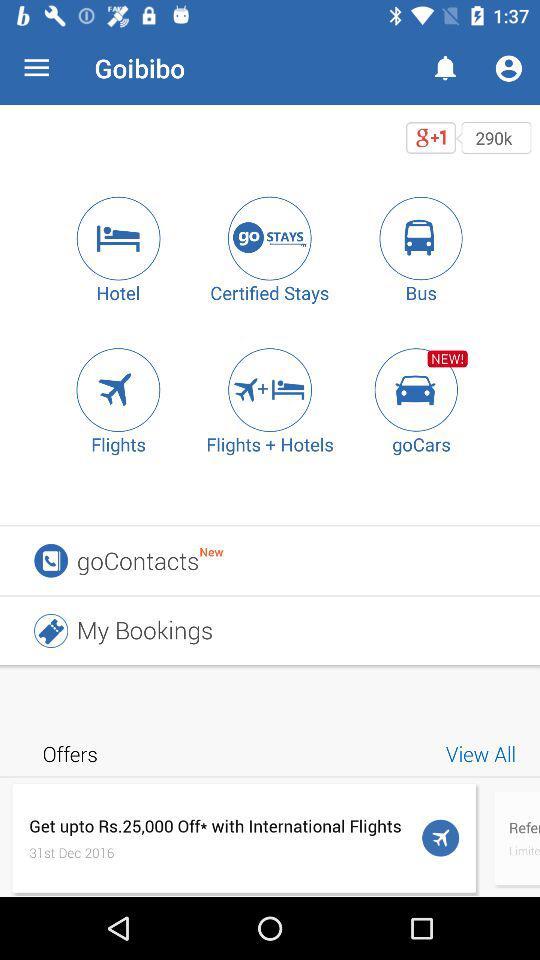  What do you see at coordinates (118, 238) in the screenshot?
I see `search for hotel` at bounding box center [118, 238].